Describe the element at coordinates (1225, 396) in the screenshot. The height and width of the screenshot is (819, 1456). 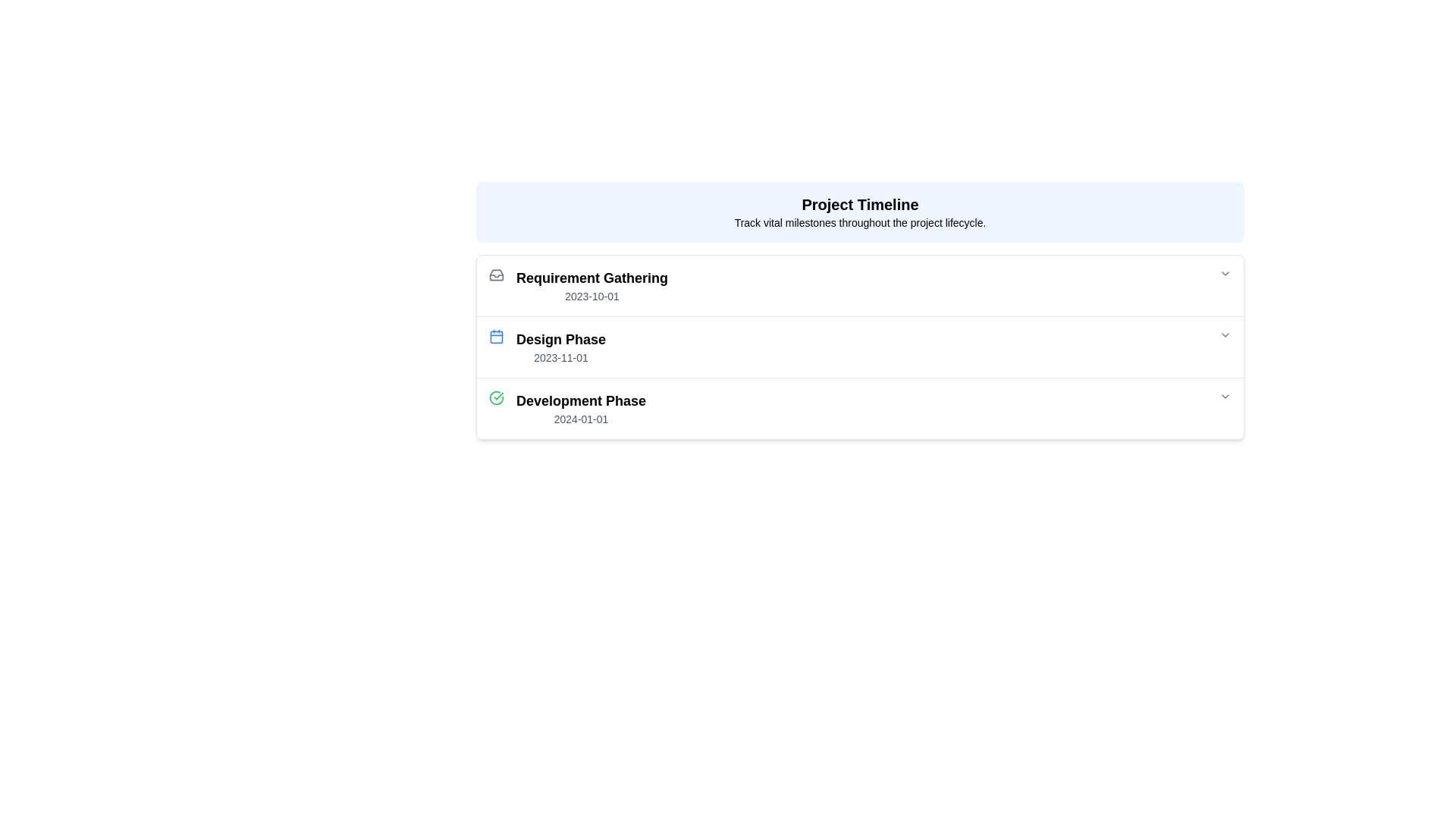
I see `the downward-facing chevron icon button located near the right end of the 'Development Phase' row` at that location.